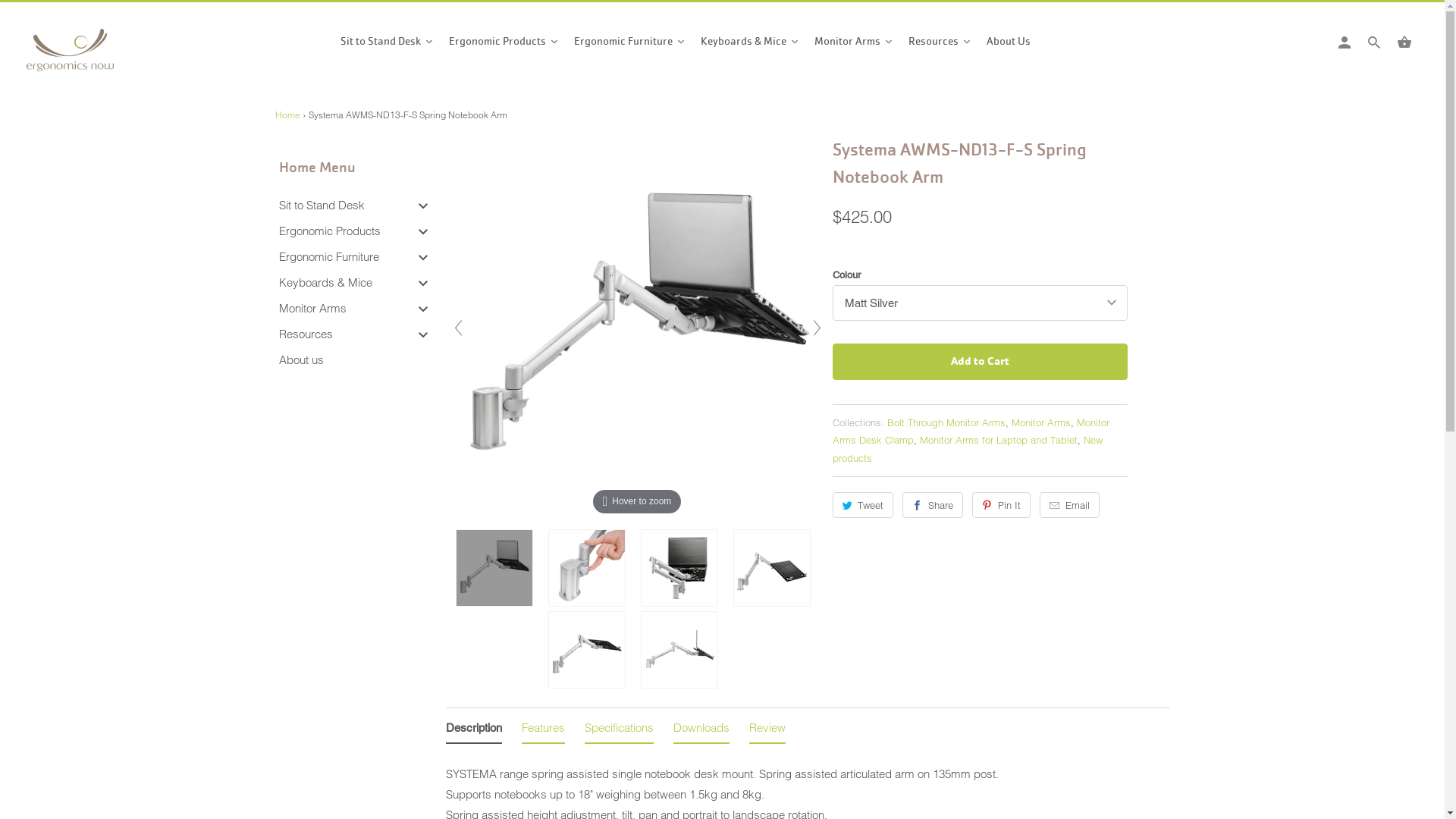 This screenshot has height=819, width=1456. What do you see at coordinates (997, 439) in the screenshot?
I see `'Monitor Arms for Laptop and Tablet'` at bounding box center [997, 439].